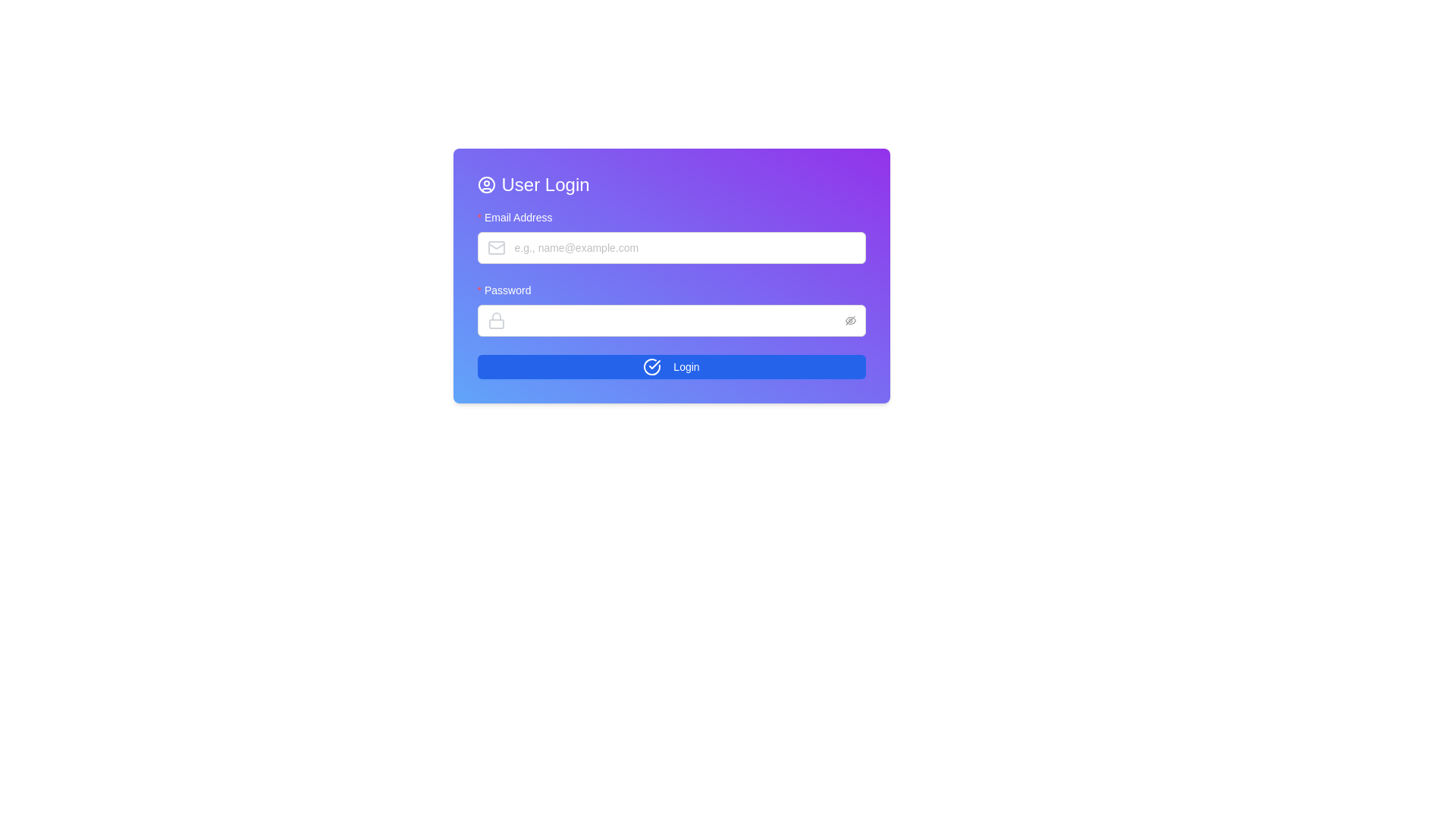 The height and width of the screenshot is (819, 1456). What do you see at coordinates (510, 290) in the screenshot?
I see `the password field label in the login form, which is the second label after the email label` at bounding box center [510, 290].